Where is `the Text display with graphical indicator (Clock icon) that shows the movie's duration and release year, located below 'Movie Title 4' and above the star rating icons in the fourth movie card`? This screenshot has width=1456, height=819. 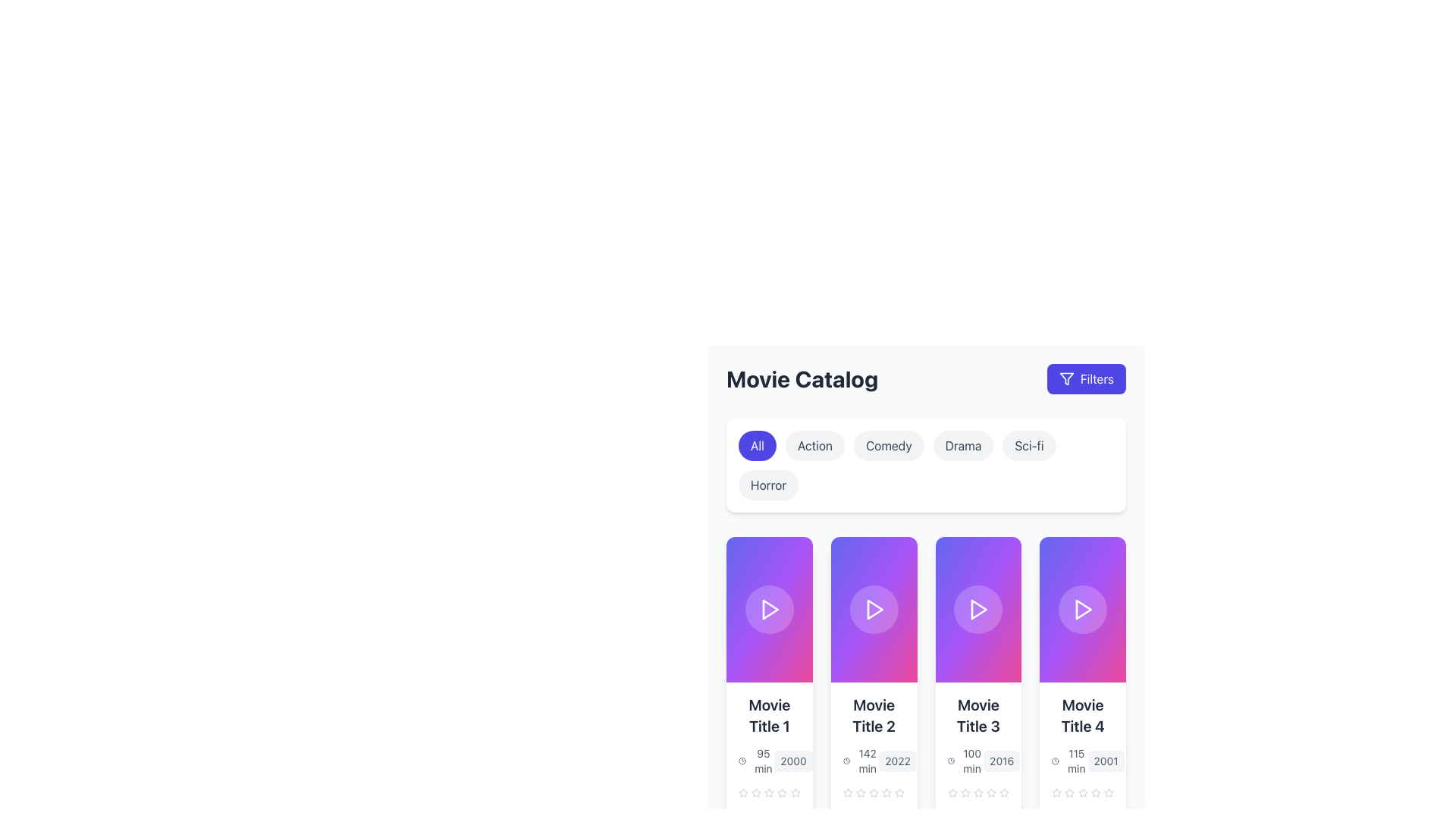 the Text display with graphical indicator (Clock icon) that shows the movie's duration and release year, located below 'Movie Title 4' and above the star rating icons in the fourth movie card is located at coordinates (1082, 761).